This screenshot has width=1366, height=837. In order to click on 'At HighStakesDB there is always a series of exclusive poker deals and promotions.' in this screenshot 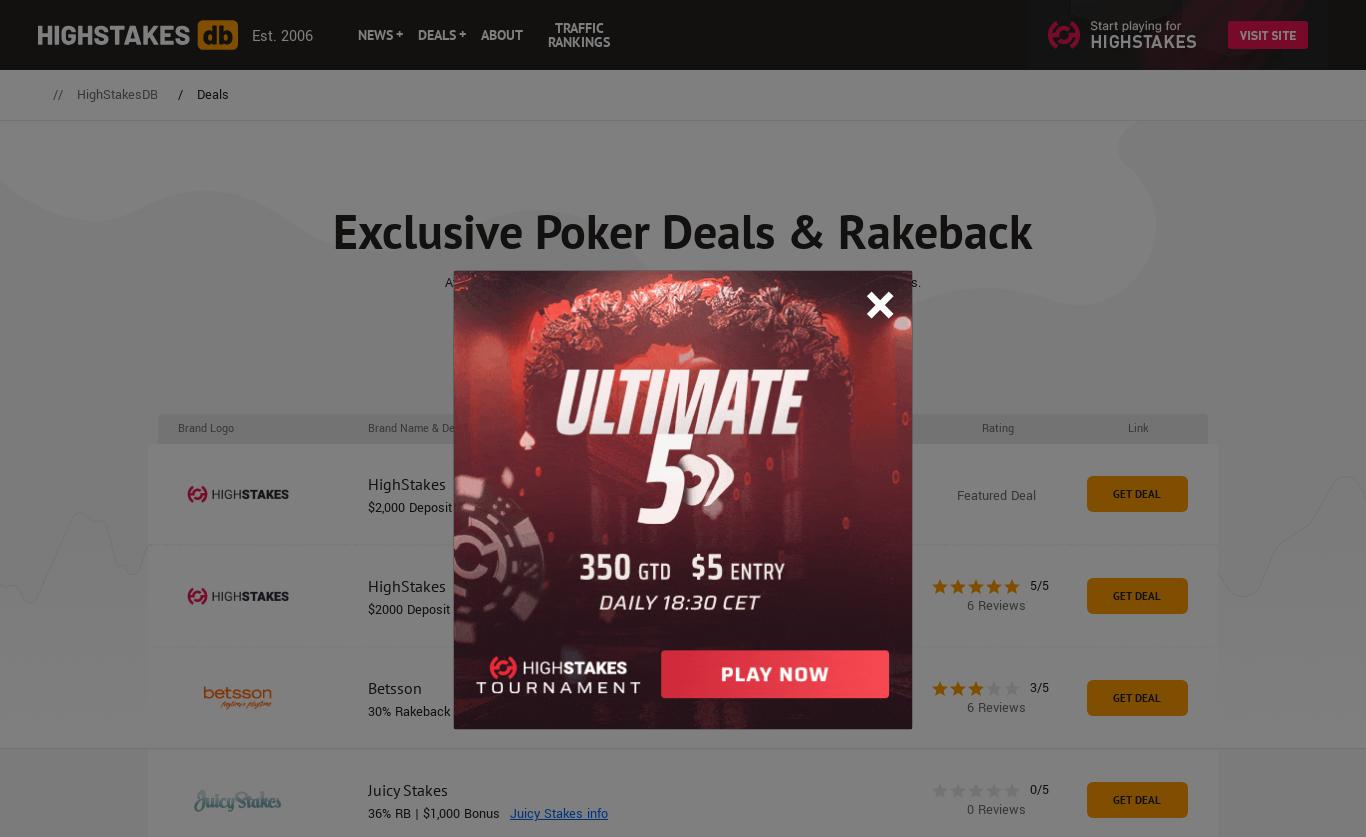, I will do `click(444, 281)`.